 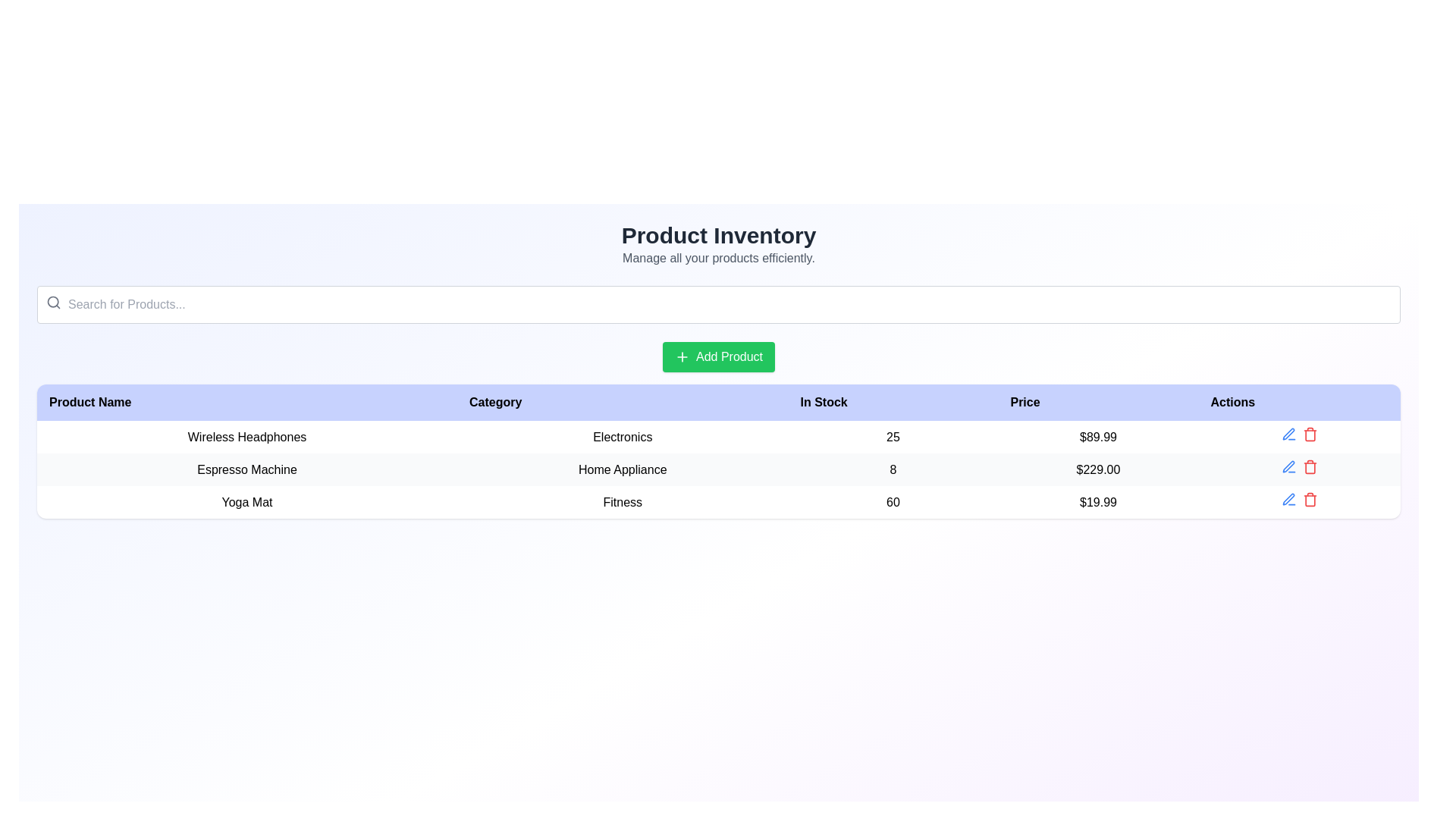 I want to click on the SVG icon located at the top-left corner of the search bar, which indicates the search functionality, so click(x=54, y=302).